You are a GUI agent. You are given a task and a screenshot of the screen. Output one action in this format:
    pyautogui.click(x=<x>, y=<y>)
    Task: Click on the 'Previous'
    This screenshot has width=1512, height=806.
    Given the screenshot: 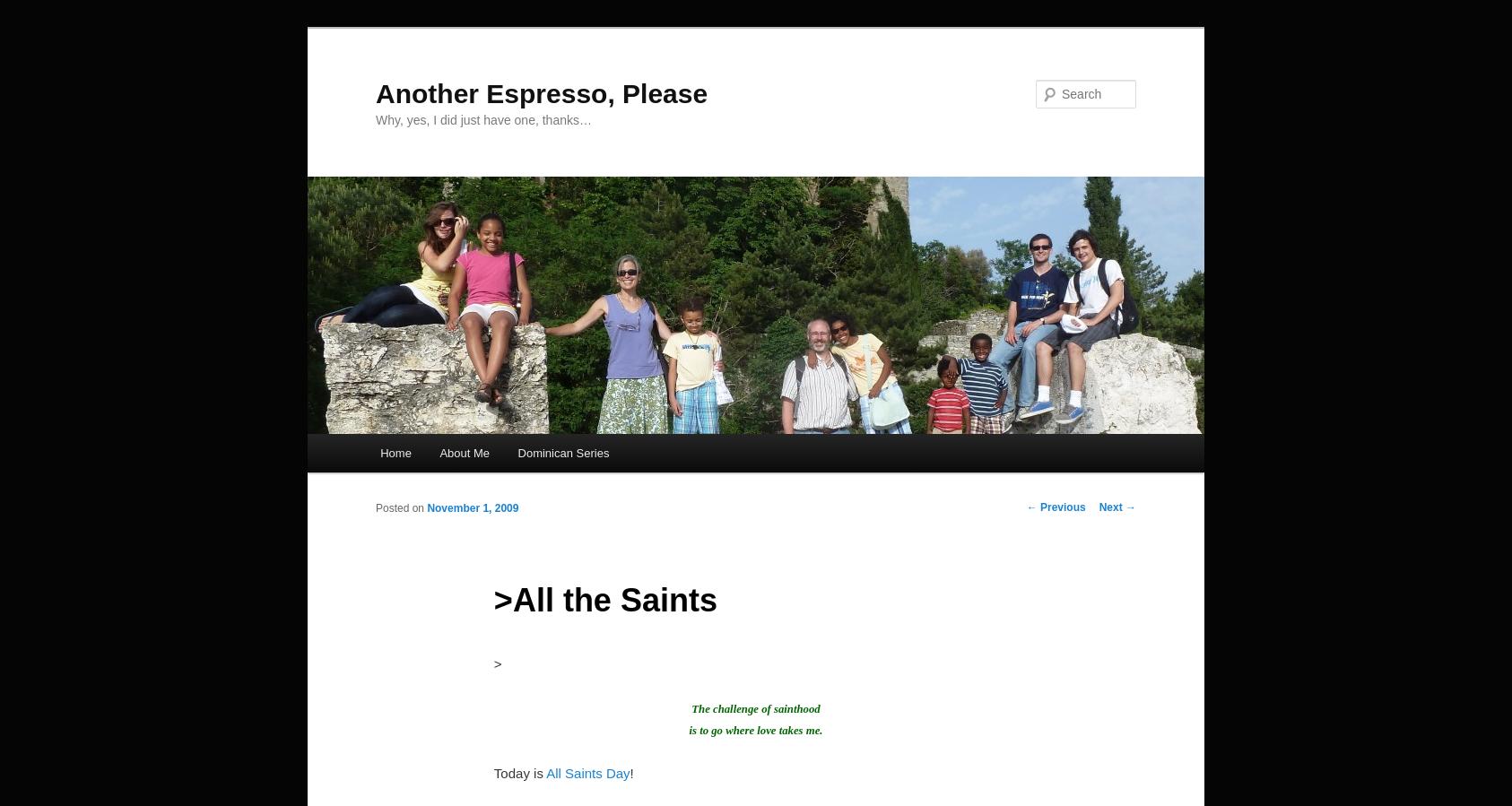 What is the action you would take?
    pyautogui.click(x=1060, y=507)
    